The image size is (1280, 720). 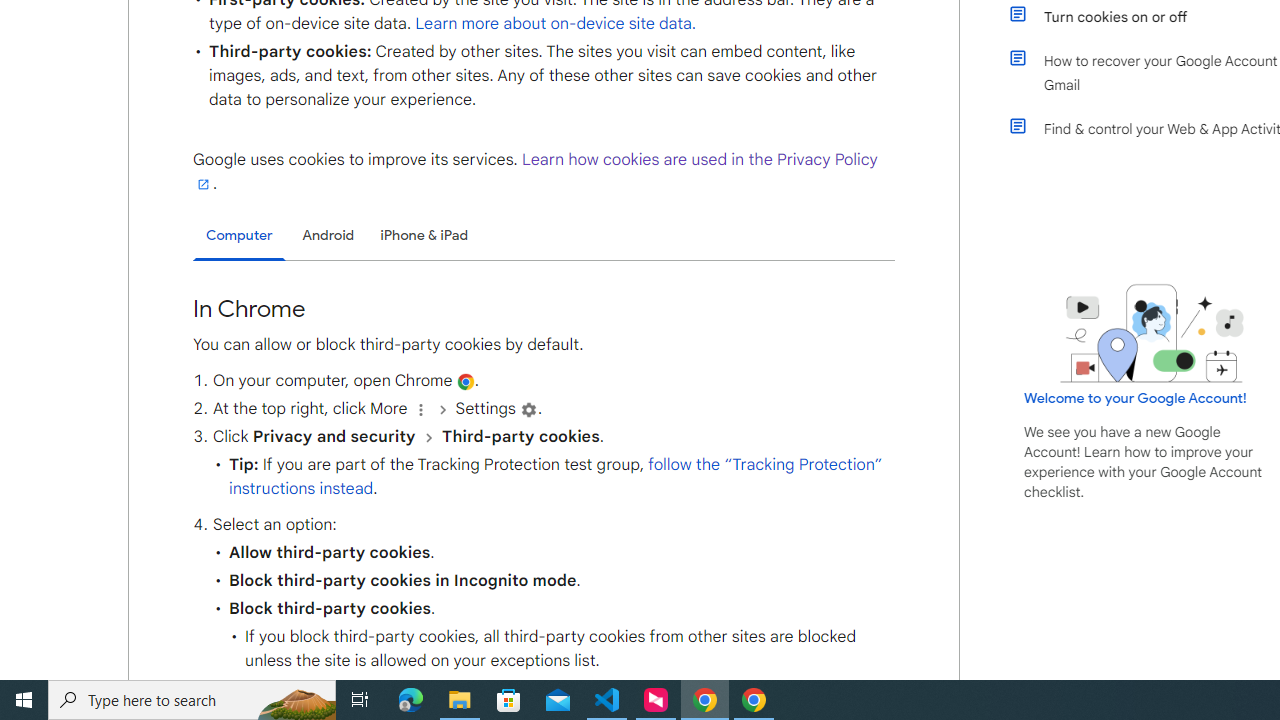 What do you see at coordinates (423, 234) in the screenshot?
I see `'iPhone & iPad'` at bounding box center [423, 234].